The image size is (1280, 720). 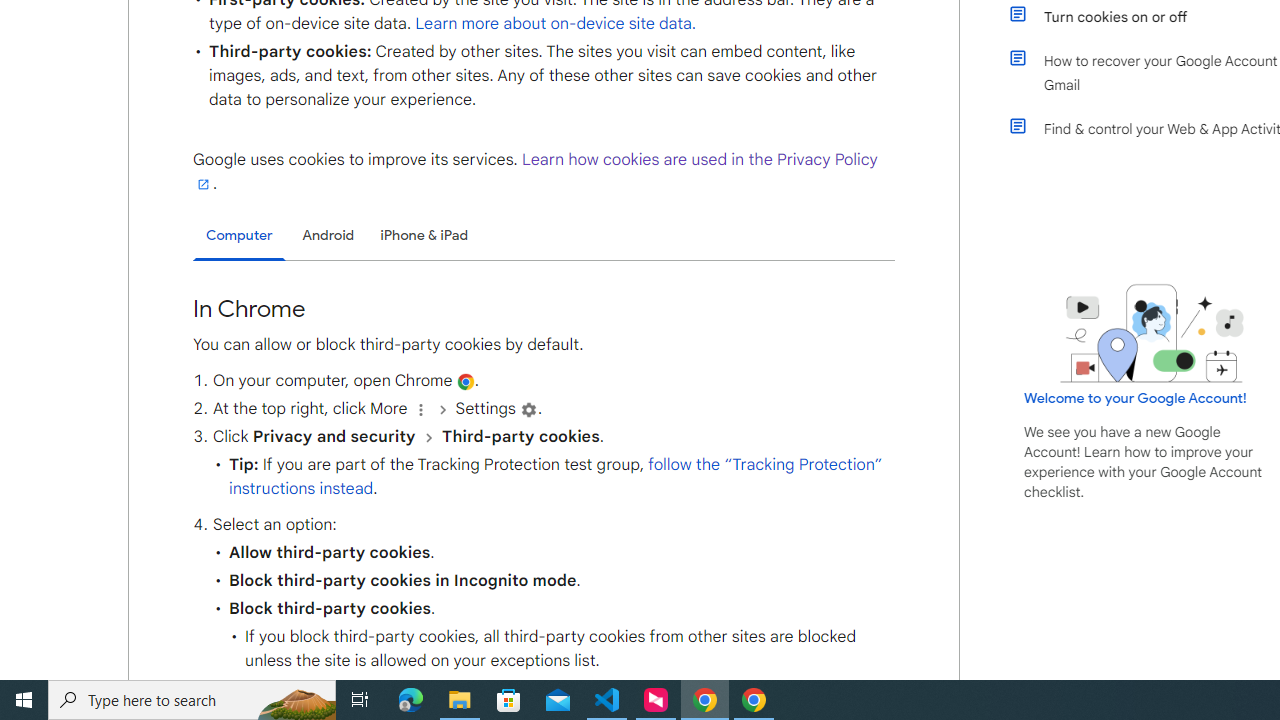 What do you see at coordinates (423, 234) in the screenshot?
I see `'iPhone & iPad'` at bounding box center [423, 234].